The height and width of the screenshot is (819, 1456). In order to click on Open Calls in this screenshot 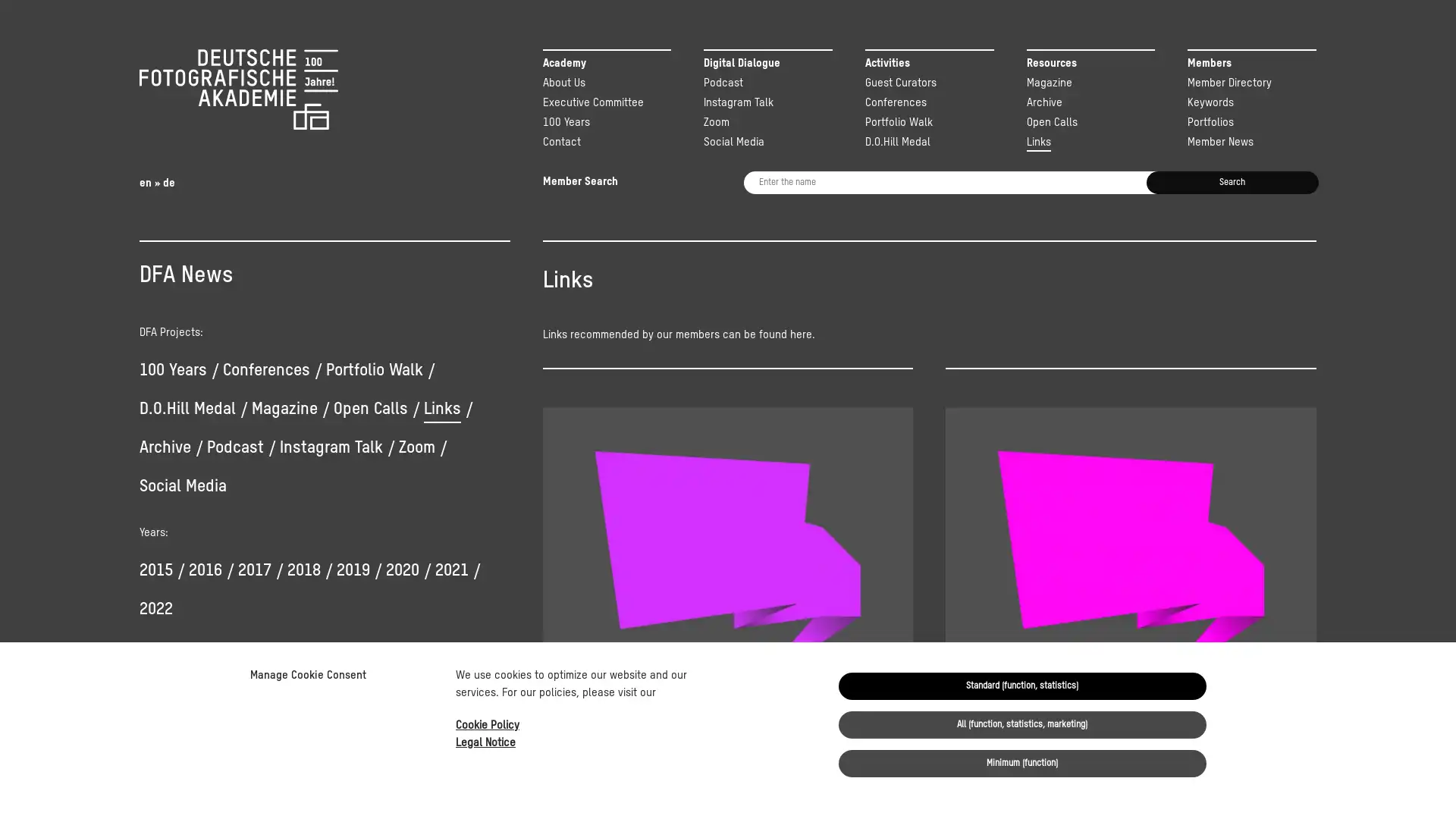, I will do `click(371, 409)`.